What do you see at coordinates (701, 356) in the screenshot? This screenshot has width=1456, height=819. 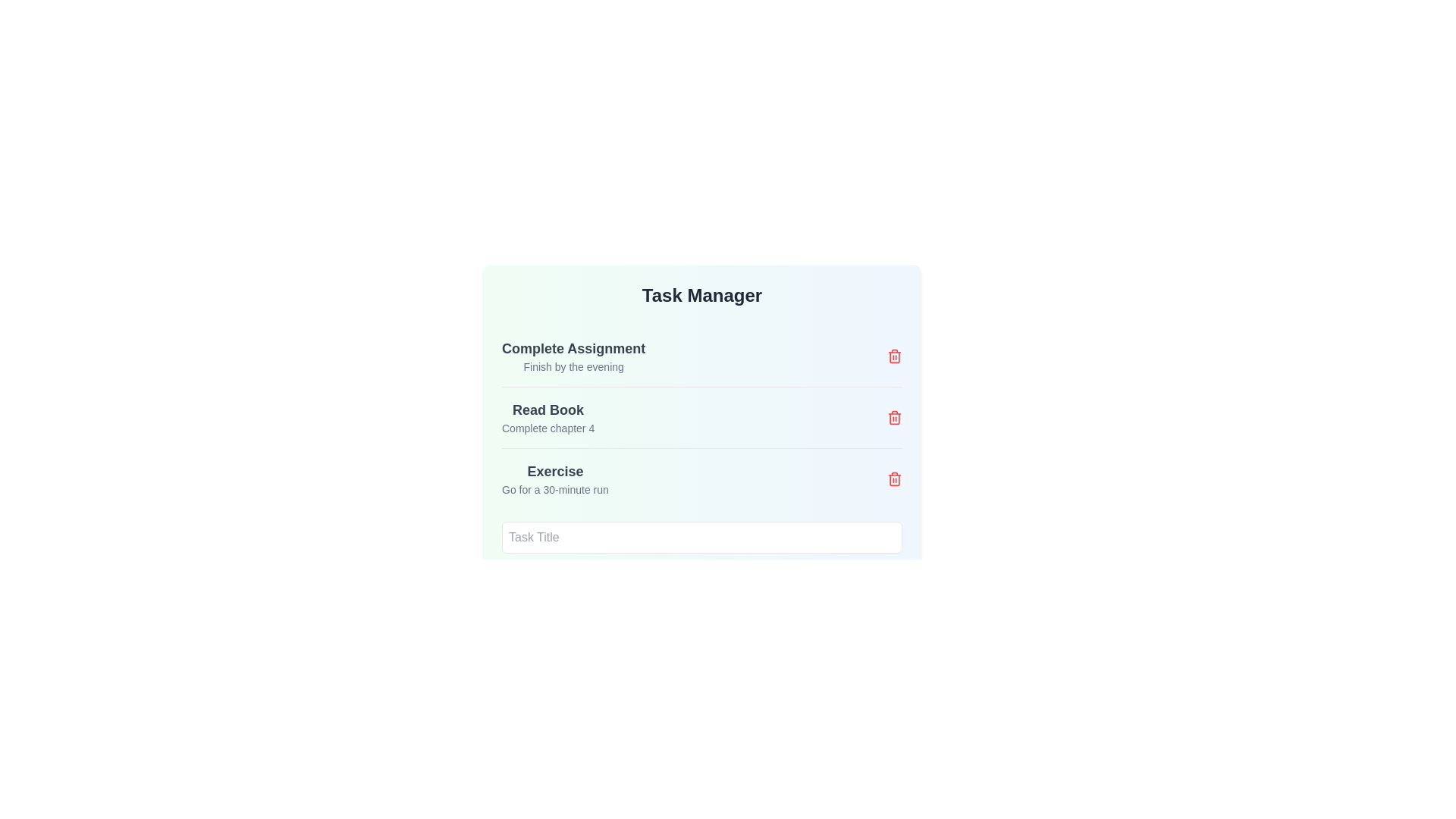 I see `the task item titled 'Complete Assignment'` at bounding box center [701, 356].